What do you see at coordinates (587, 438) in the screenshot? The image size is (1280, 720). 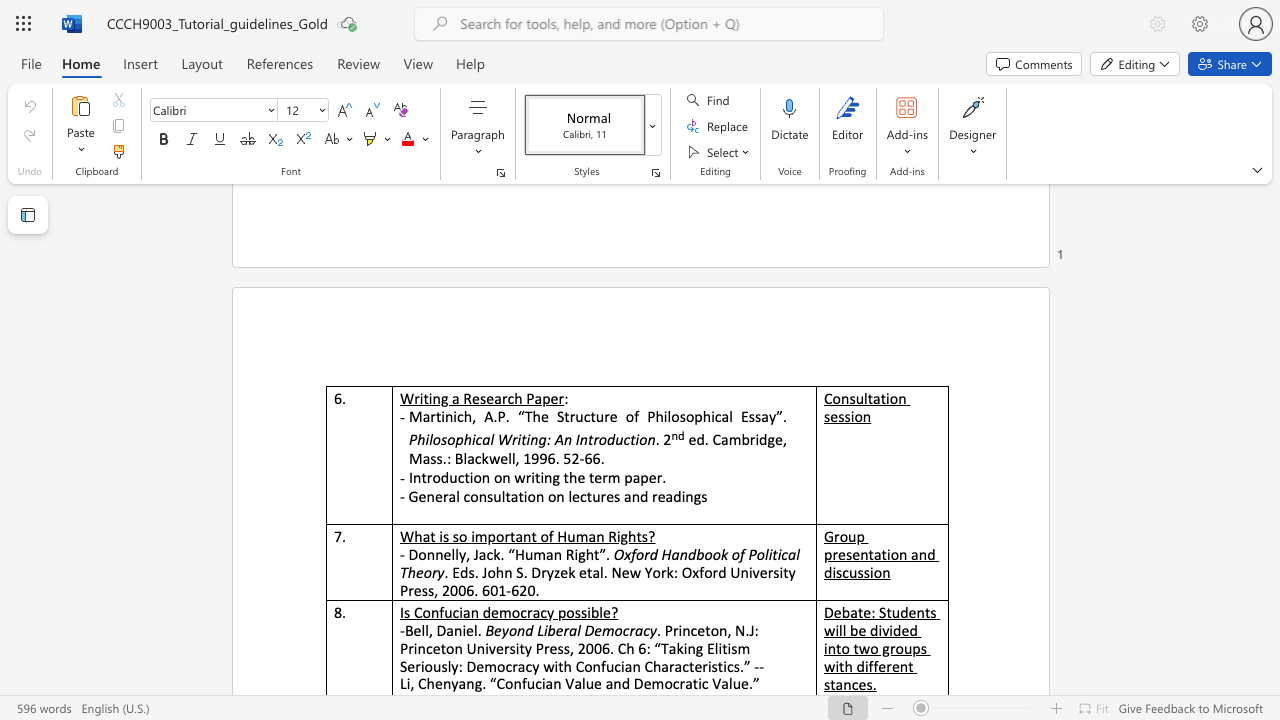 I see `the subset text "tr" within the text "Philosophical Writing: An Introduction"` at bounding box center [587, 438].